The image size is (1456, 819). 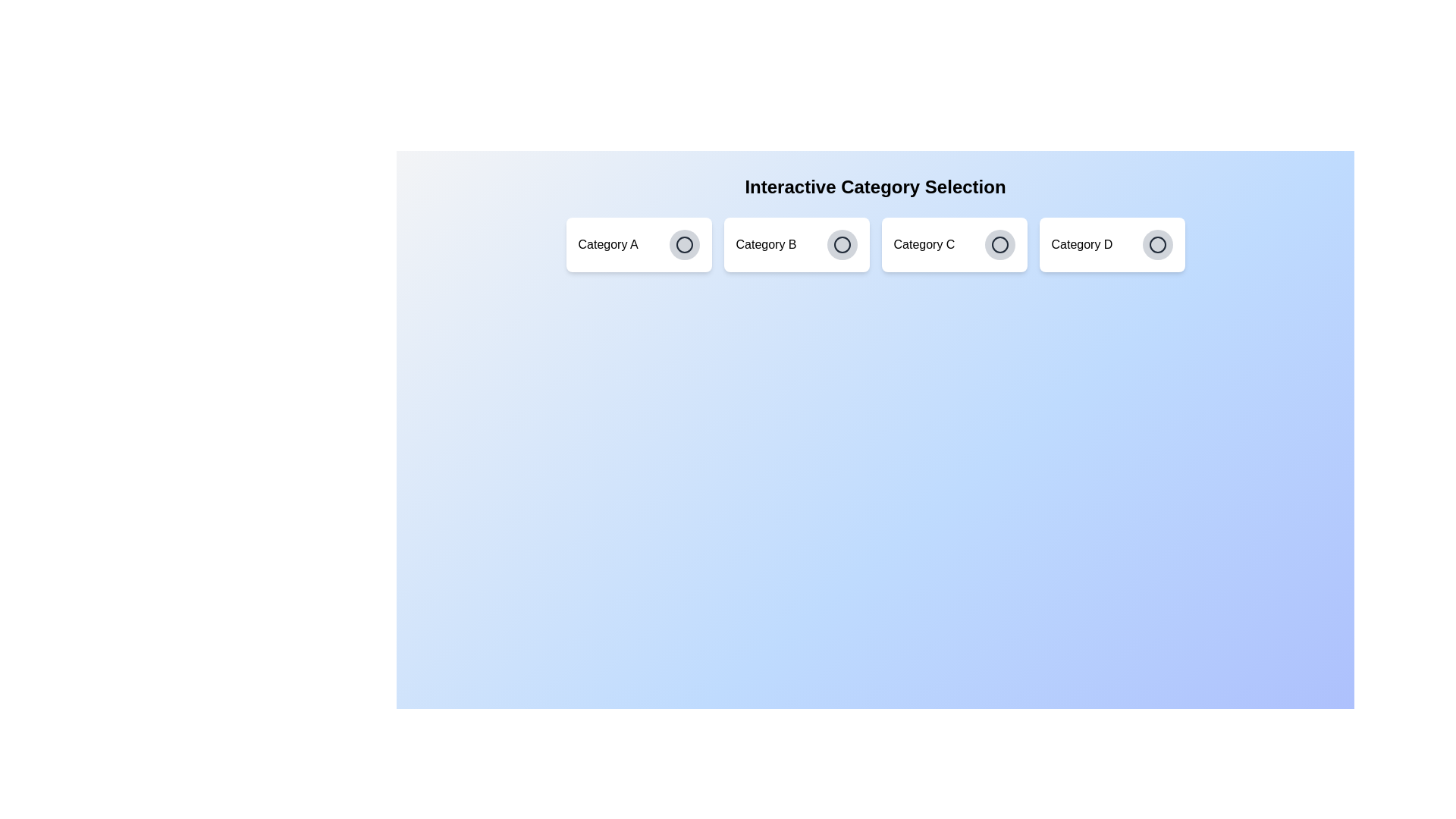 I want to click on the header text 'Interactive Category Selection' to inspect it, so click(x=875, y=186).